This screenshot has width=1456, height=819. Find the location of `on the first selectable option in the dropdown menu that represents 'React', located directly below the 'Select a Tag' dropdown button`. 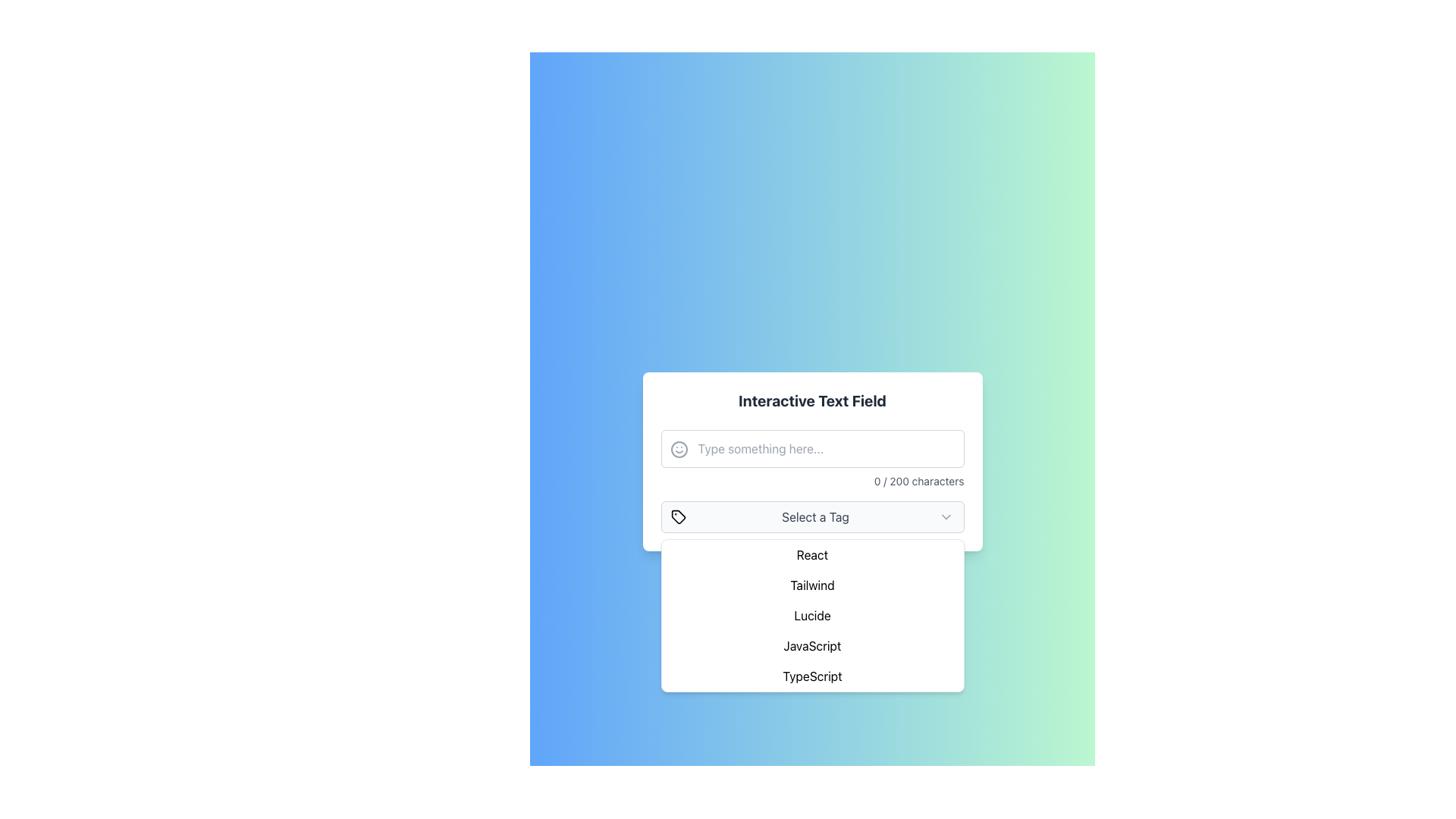

on the first selectable option in the dropdown menu that represents 'React', located directly below the 'Select a Tag' dropdown button is located at coordinates (811, 555).